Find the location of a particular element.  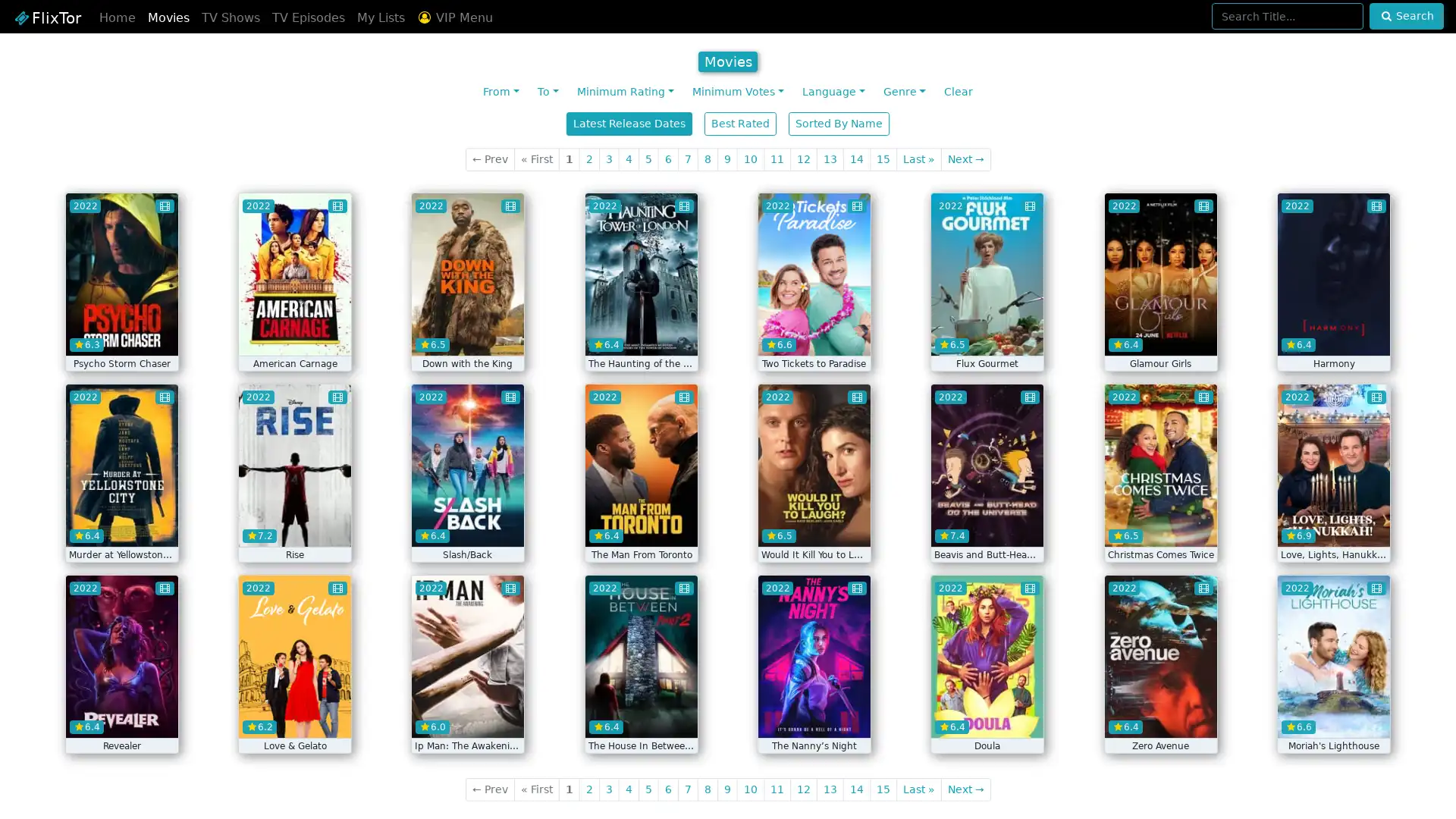

Watch Now is located at coordinates (1159, 332).